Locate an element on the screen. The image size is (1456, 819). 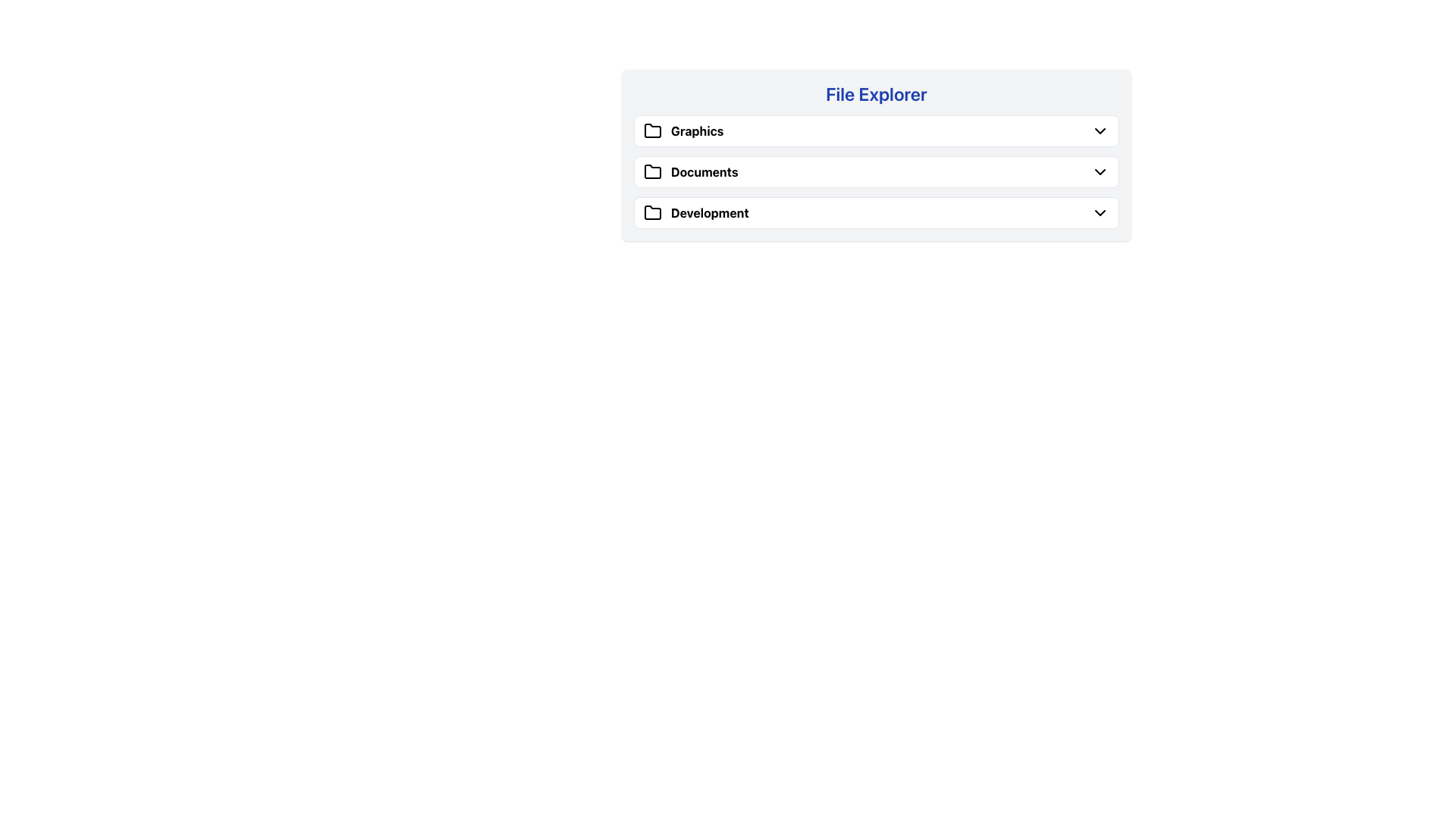
the black folder icon located before the text label 'Development' in the navigation list is located at coordinates (652, 213).